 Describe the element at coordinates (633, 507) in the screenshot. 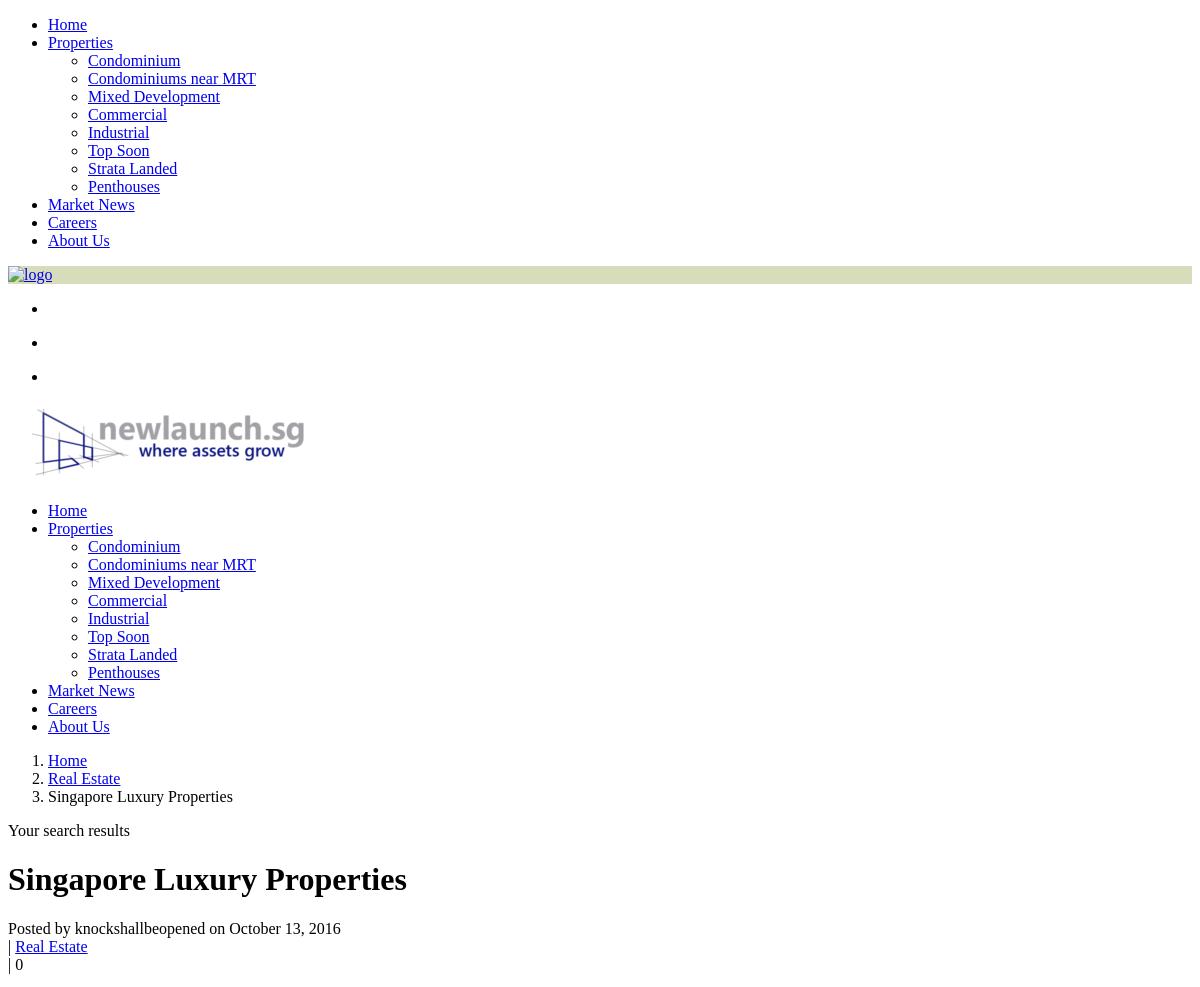

I see `'error:'` at that location.